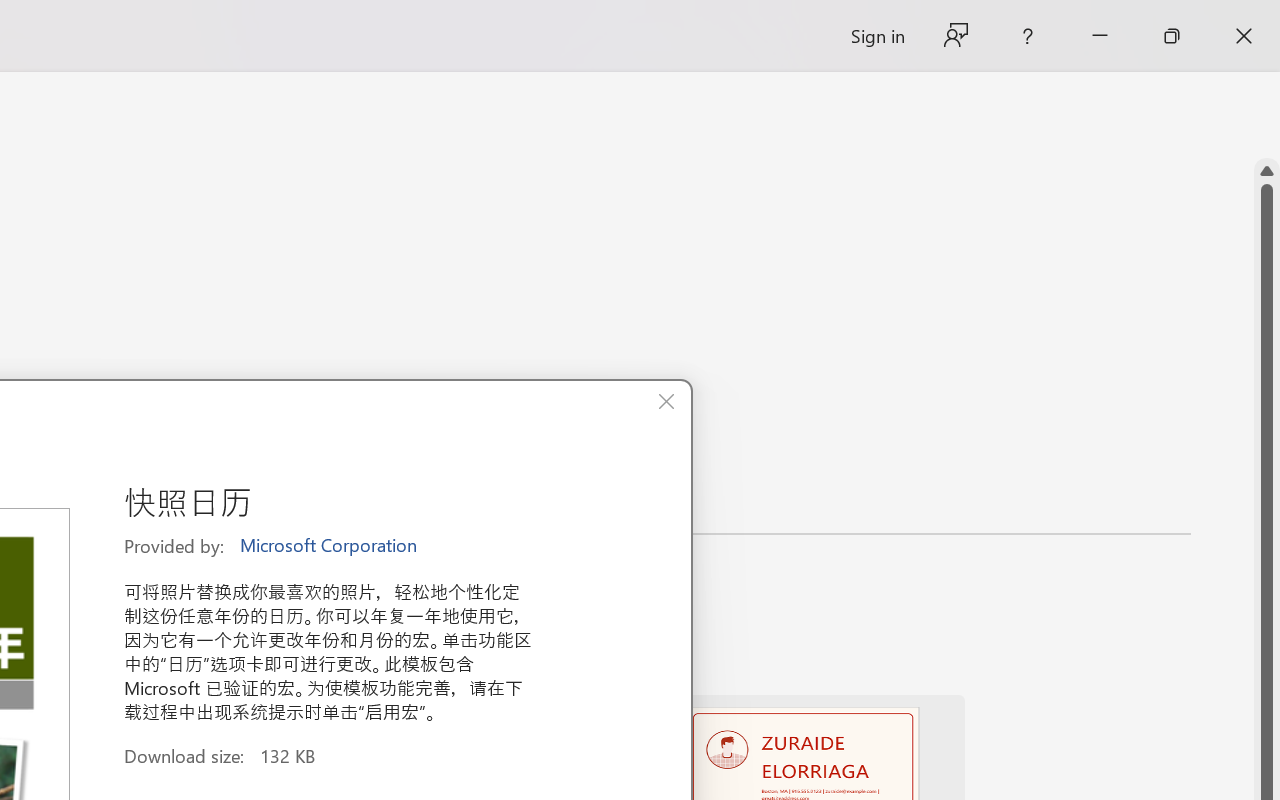 The width and height of the screenshot is (1280, 800). I want to click on 'Microsoft Corporation', so click(330, 546).